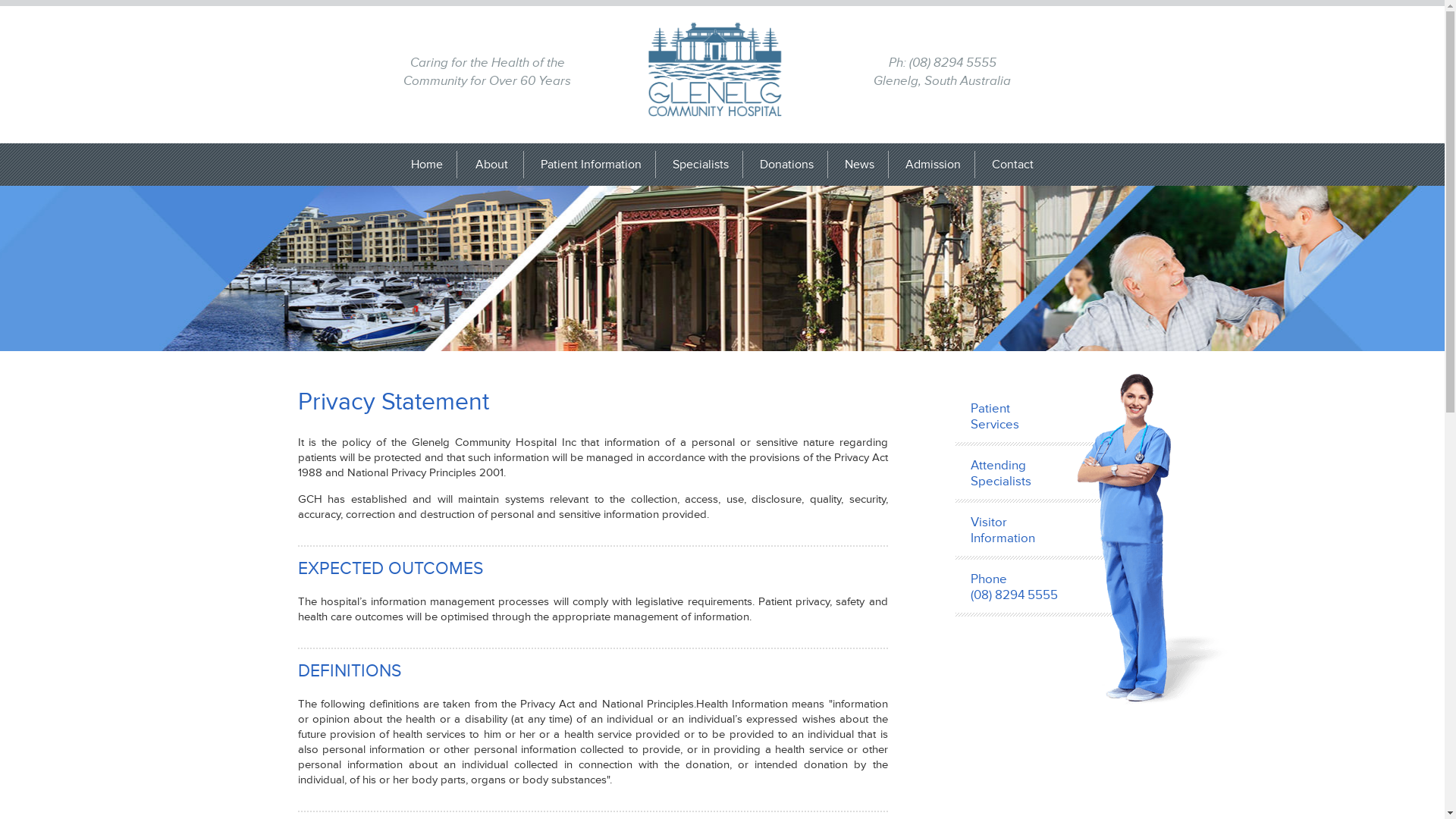  What do you see at coordinates (1012, 164) in the screenshot?
I see `'Contact'` at bounding box center [1012, 164].